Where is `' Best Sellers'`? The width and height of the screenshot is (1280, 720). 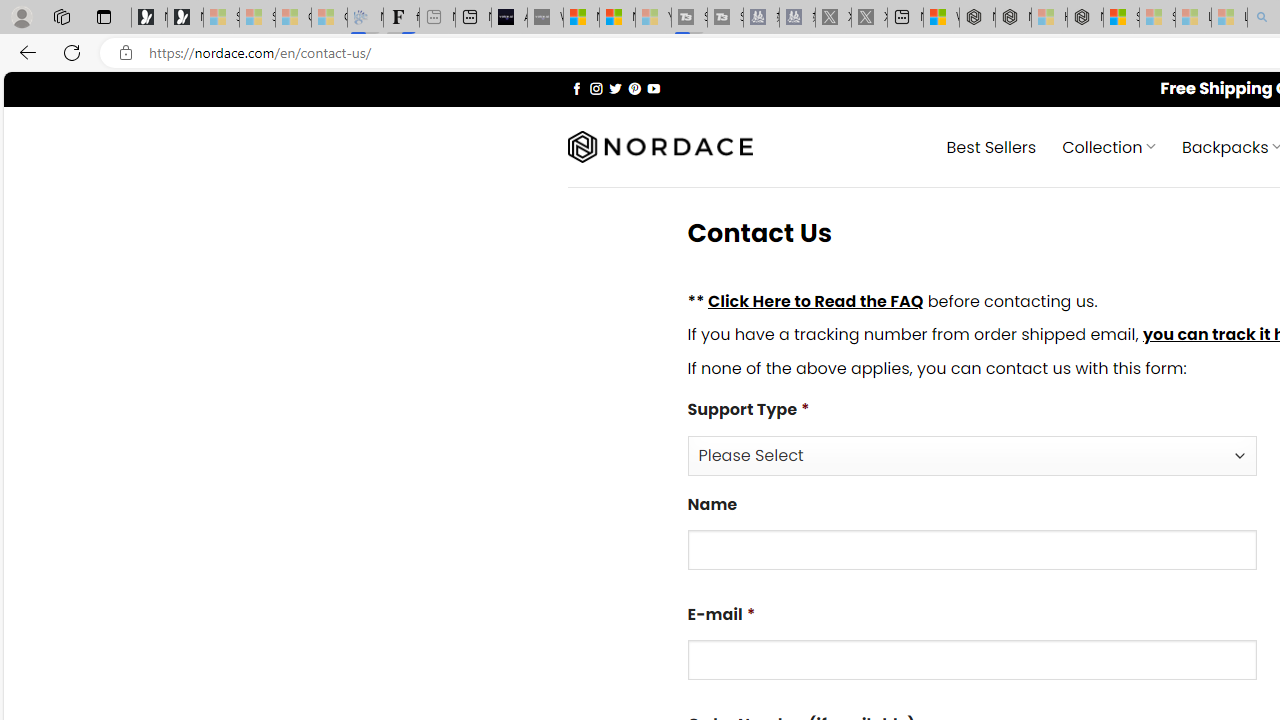
' Best Sellers' is located at coordinates (991, 145).